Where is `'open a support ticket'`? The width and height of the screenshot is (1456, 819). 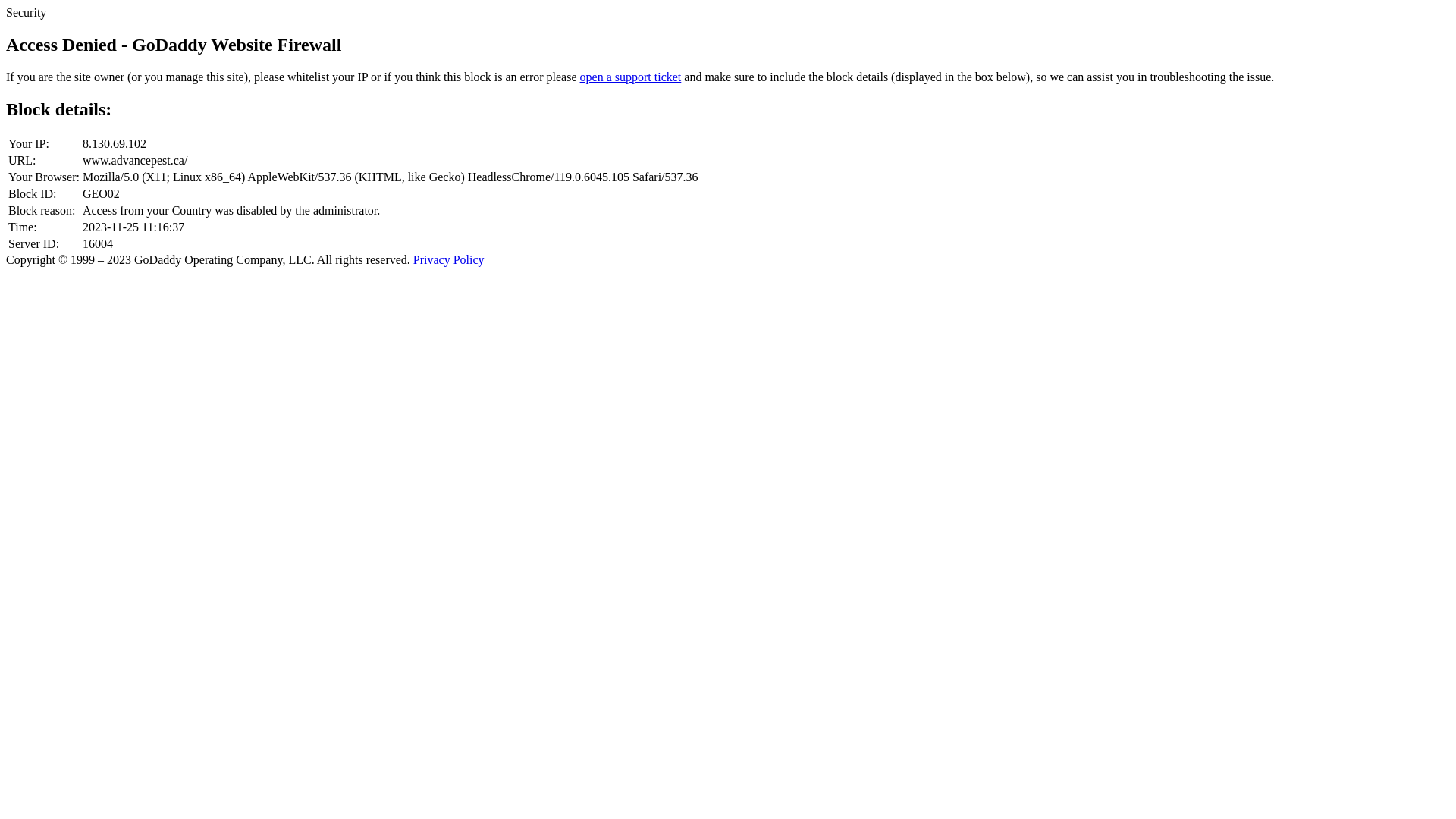 'open a support ticket' is located at coordinates (630, 77).